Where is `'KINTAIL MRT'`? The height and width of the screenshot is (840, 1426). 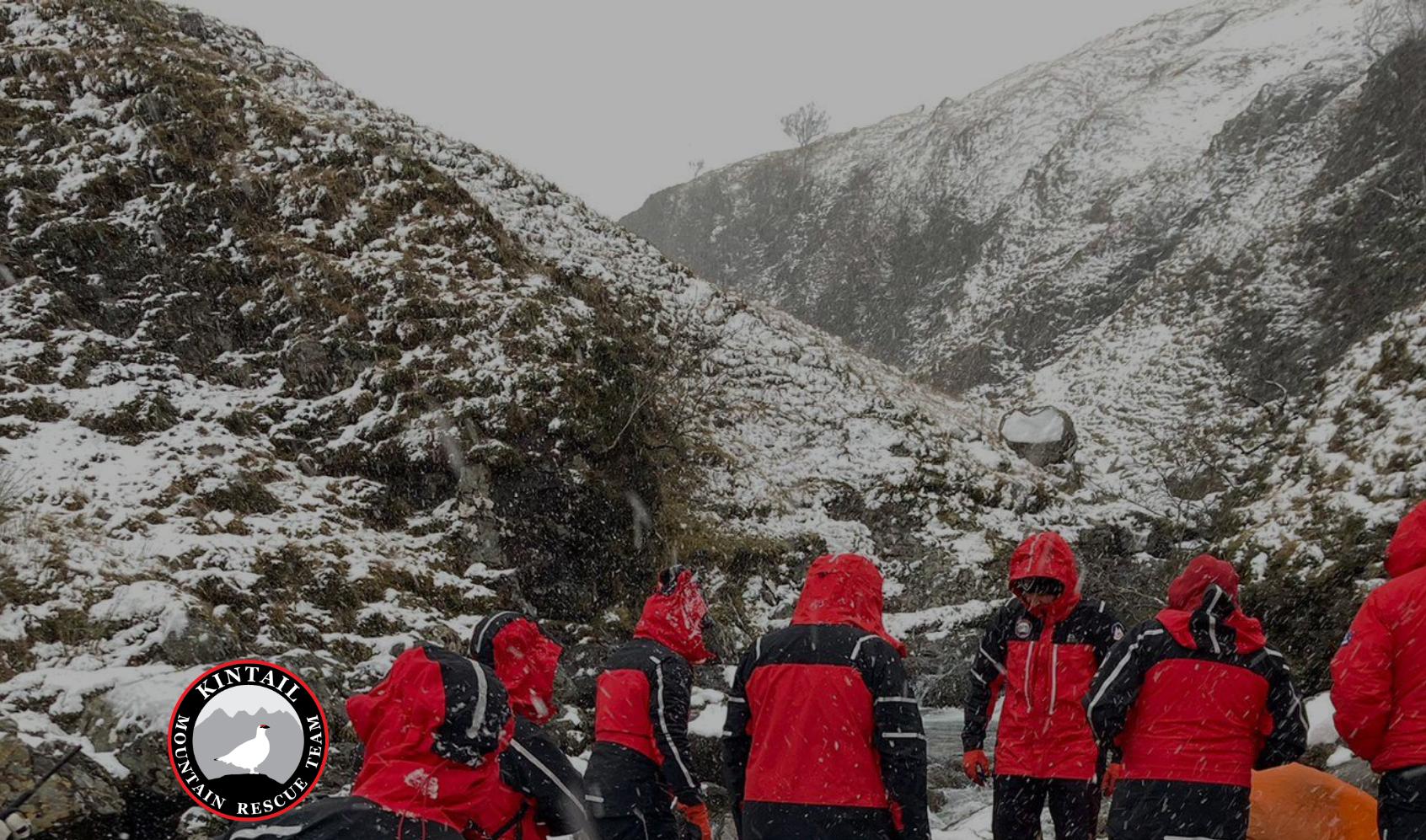
'KINTAIL MRT' is located at coordinates (165, 28).